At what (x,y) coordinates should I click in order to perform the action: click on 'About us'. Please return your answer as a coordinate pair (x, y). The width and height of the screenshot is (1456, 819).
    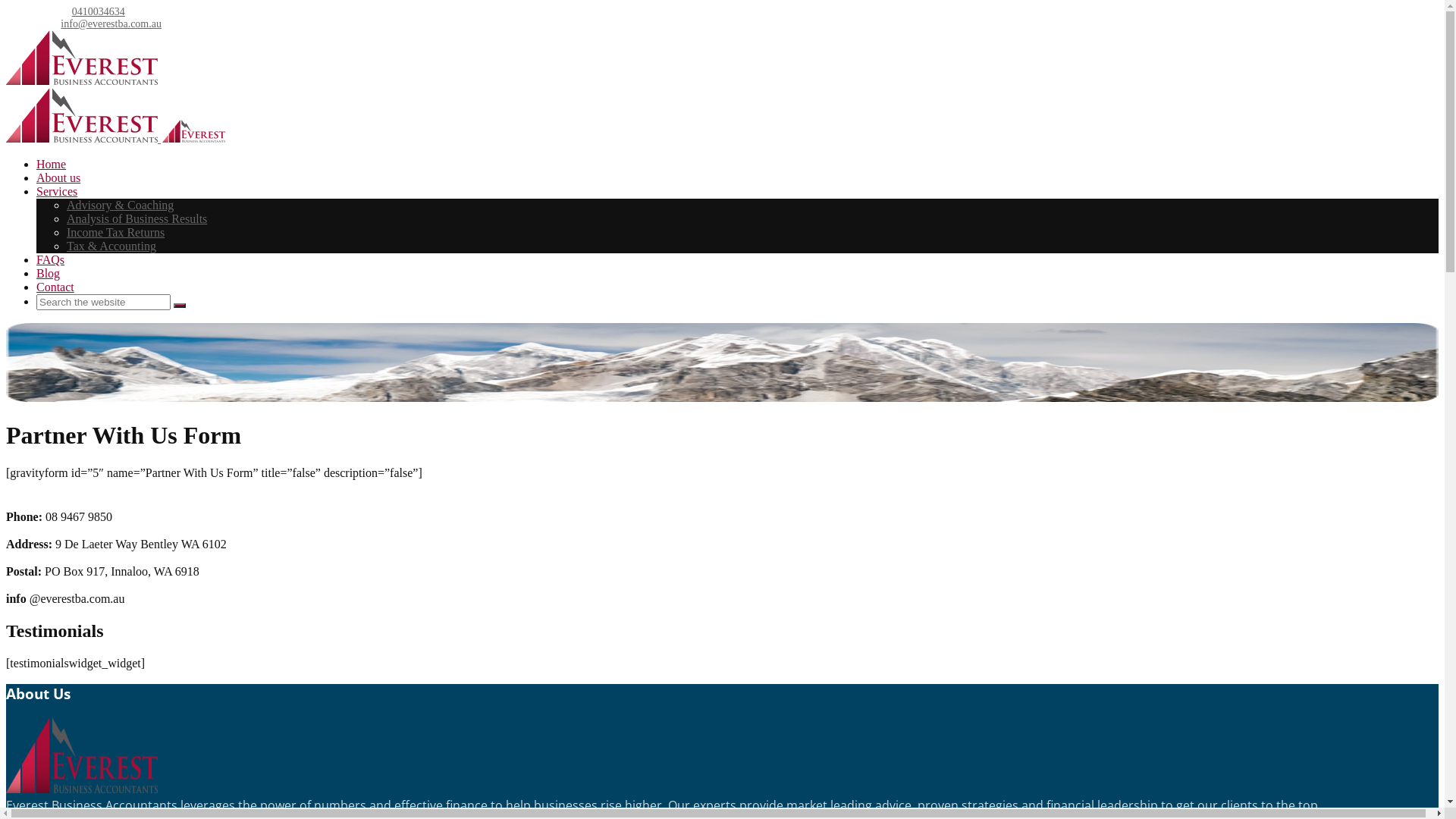
    Looking at the image, I should click on (58, 177).